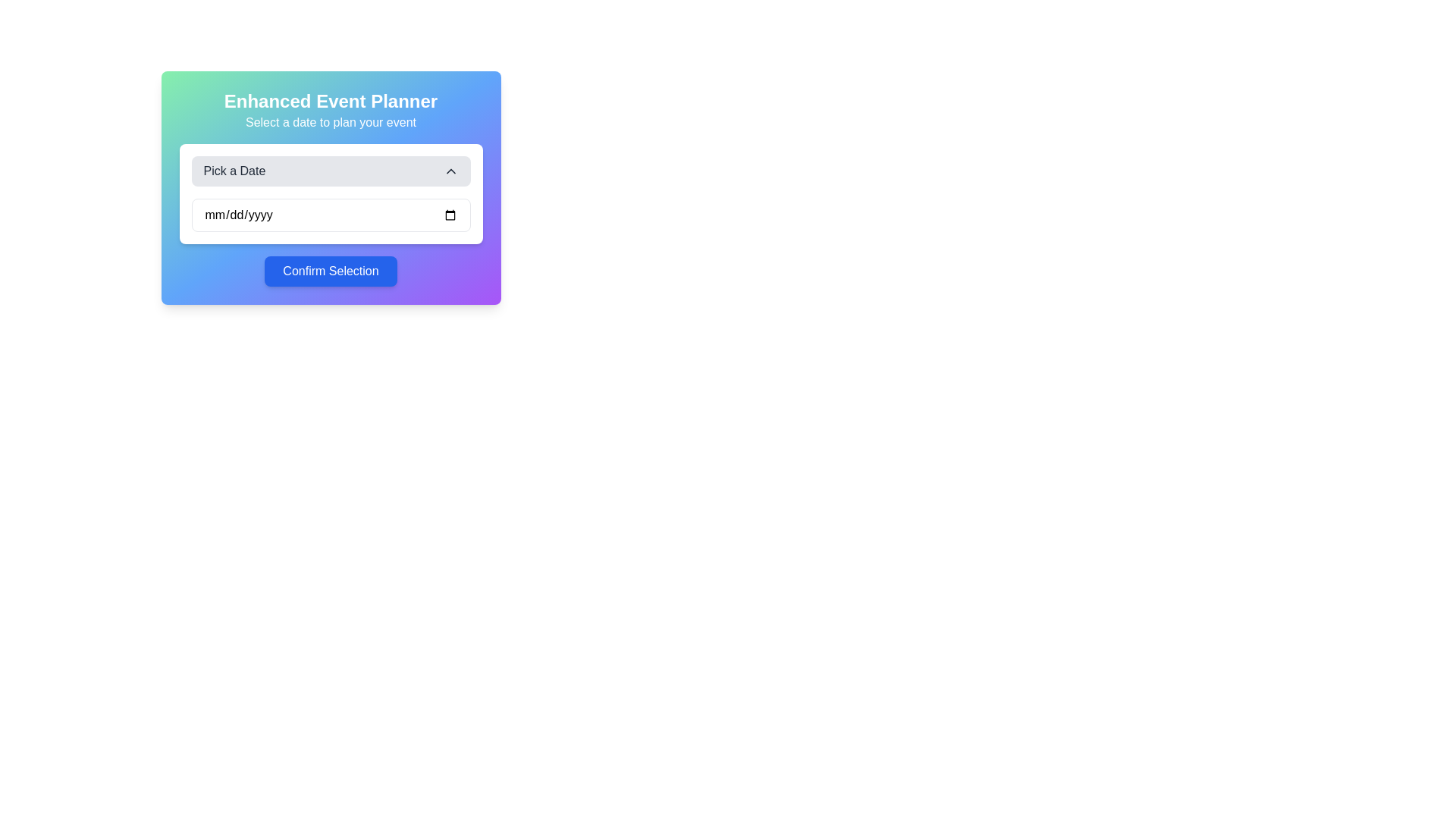 The height and width of the screenshot is (819, 1456). I want to click on the bold text label displaying 'Enhanced Event Planner', which is prominently positioned at the top of the date selection panel, so click(330, 102).